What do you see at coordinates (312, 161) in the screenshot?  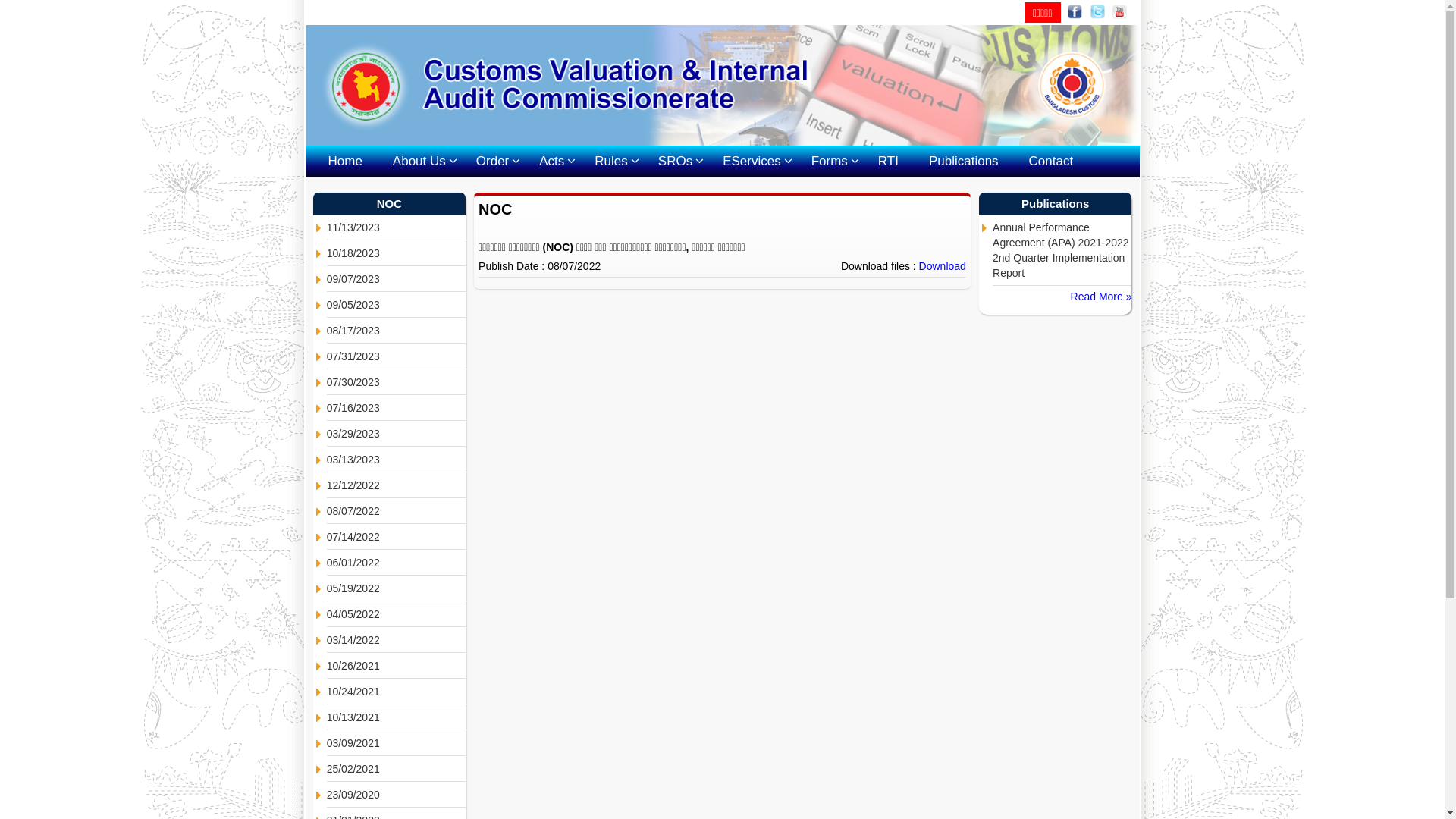 I see `'Home'` at bounding box center [312, 161].